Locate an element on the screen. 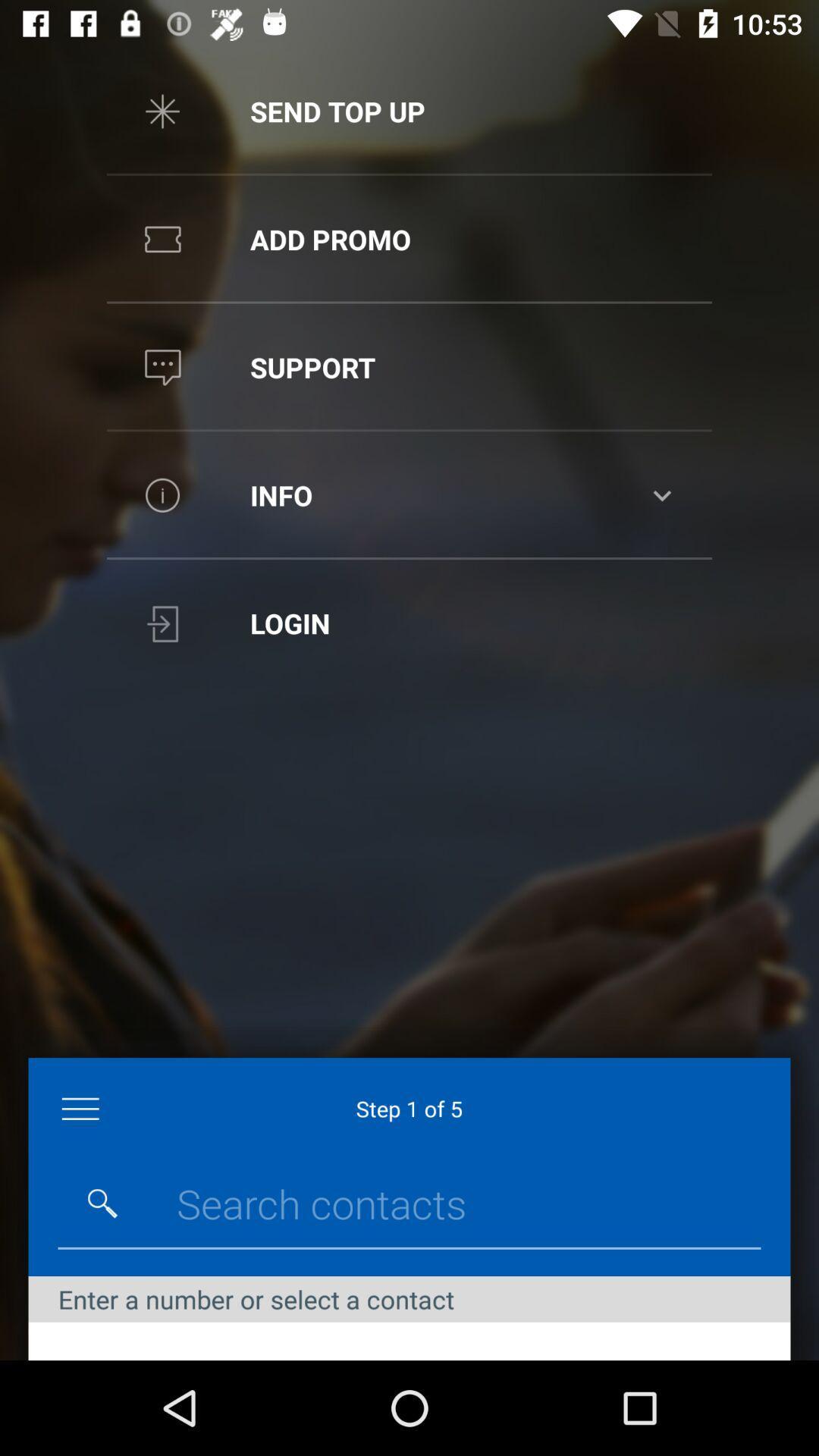  the search icon is located at coordinates (102, 1203).